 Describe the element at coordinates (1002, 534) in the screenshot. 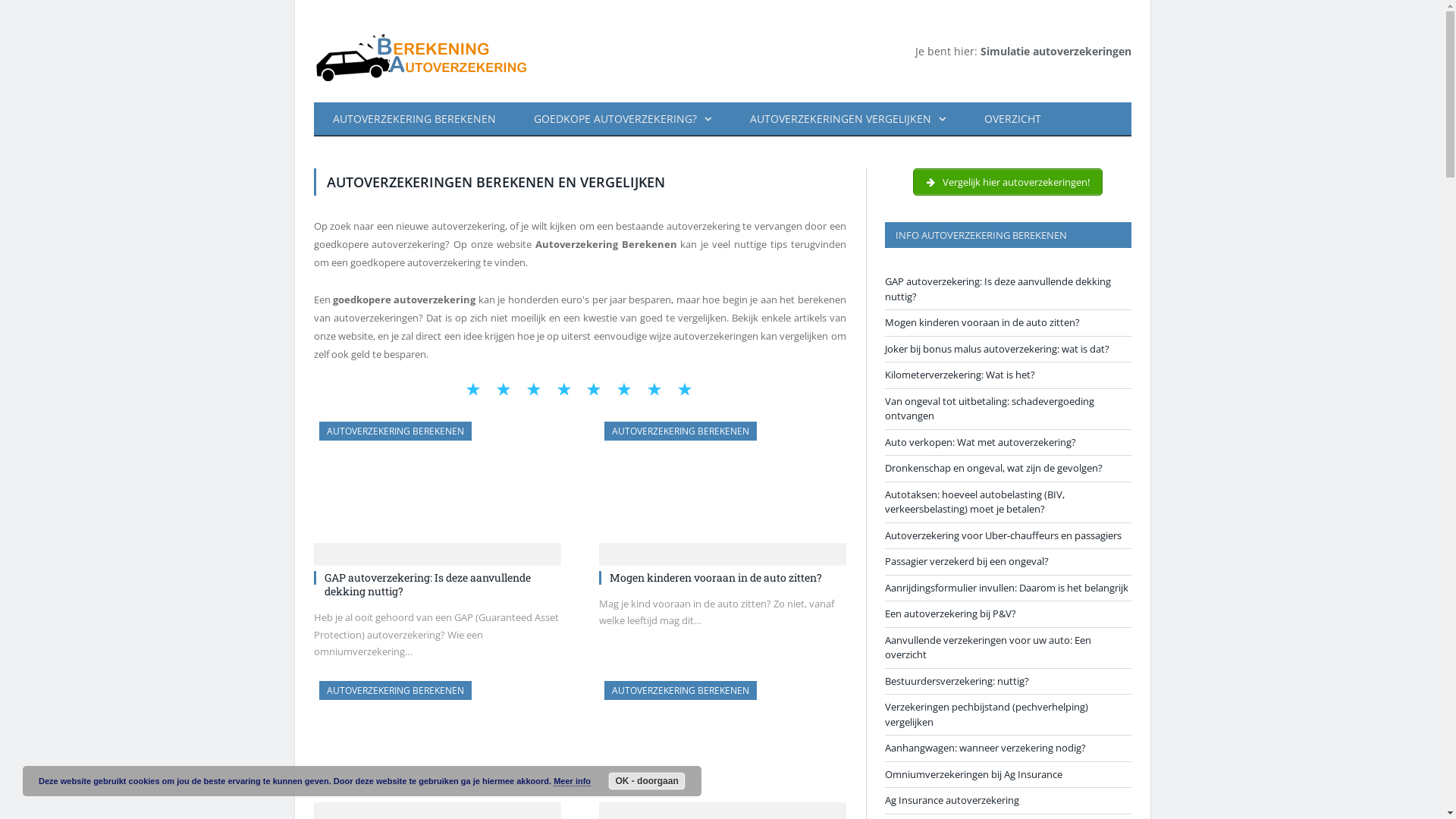

I see `'Autoverzekering voor Uber-chauffeurs en passagiers'` at that location.